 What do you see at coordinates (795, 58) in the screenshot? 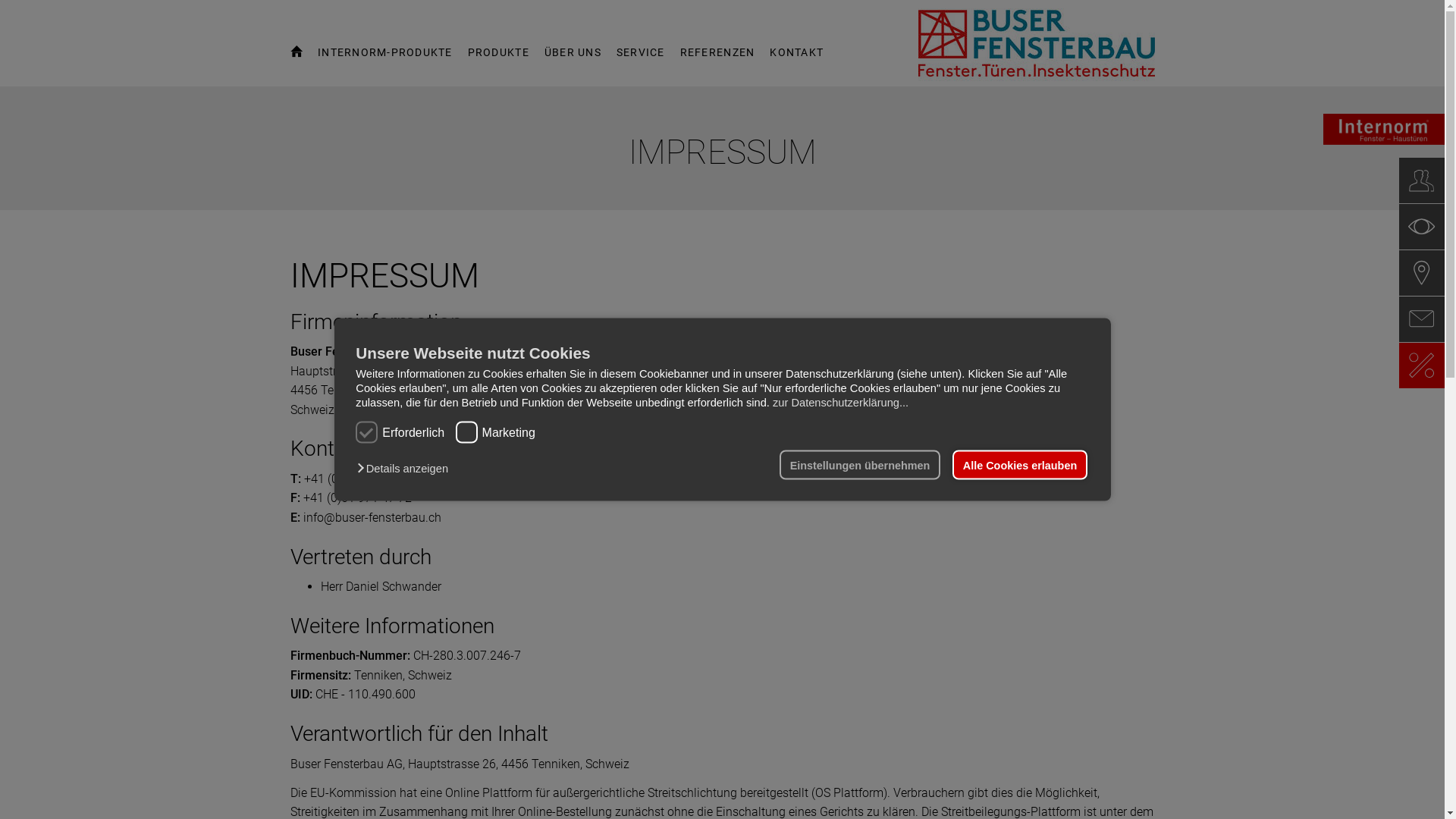
I see `'KONTAKT'` at bounding box center [795, 58].